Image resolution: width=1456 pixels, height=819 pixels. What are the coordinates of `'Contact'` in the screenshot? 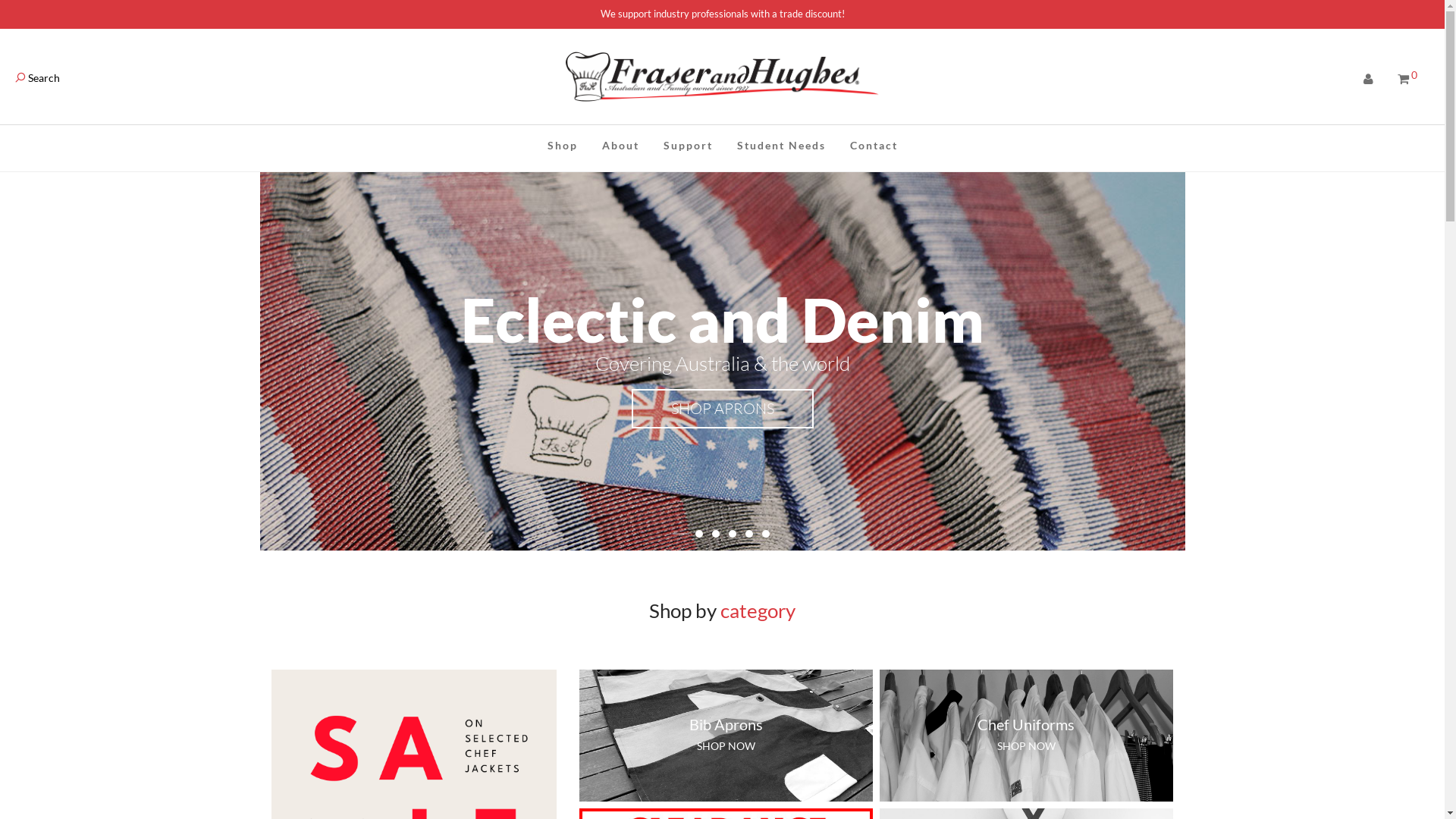 It's located at (873, 145).